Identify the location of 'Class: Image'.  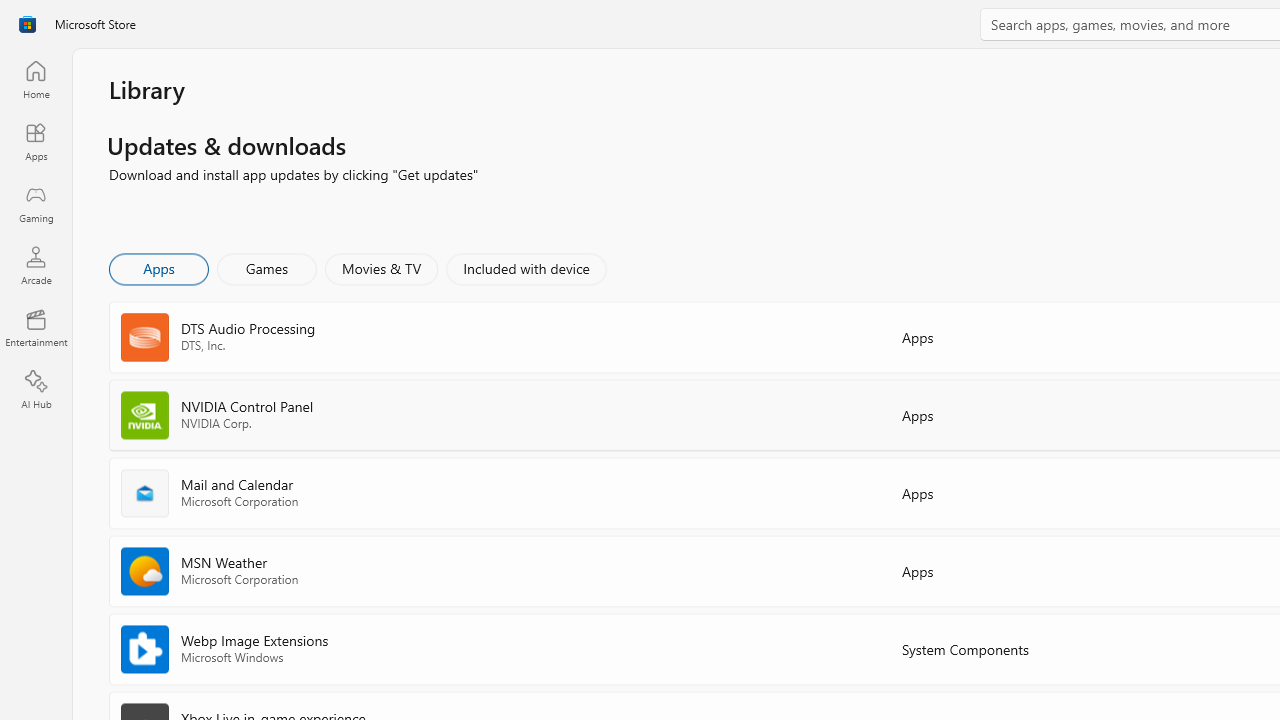
(27, 24).